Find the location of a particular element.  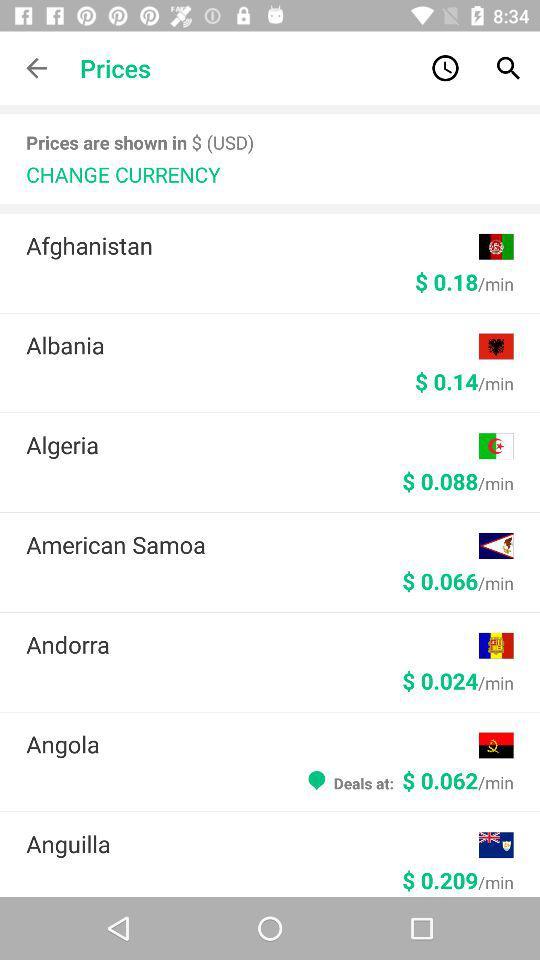

item below angola item is located at coordinates (408, 779).